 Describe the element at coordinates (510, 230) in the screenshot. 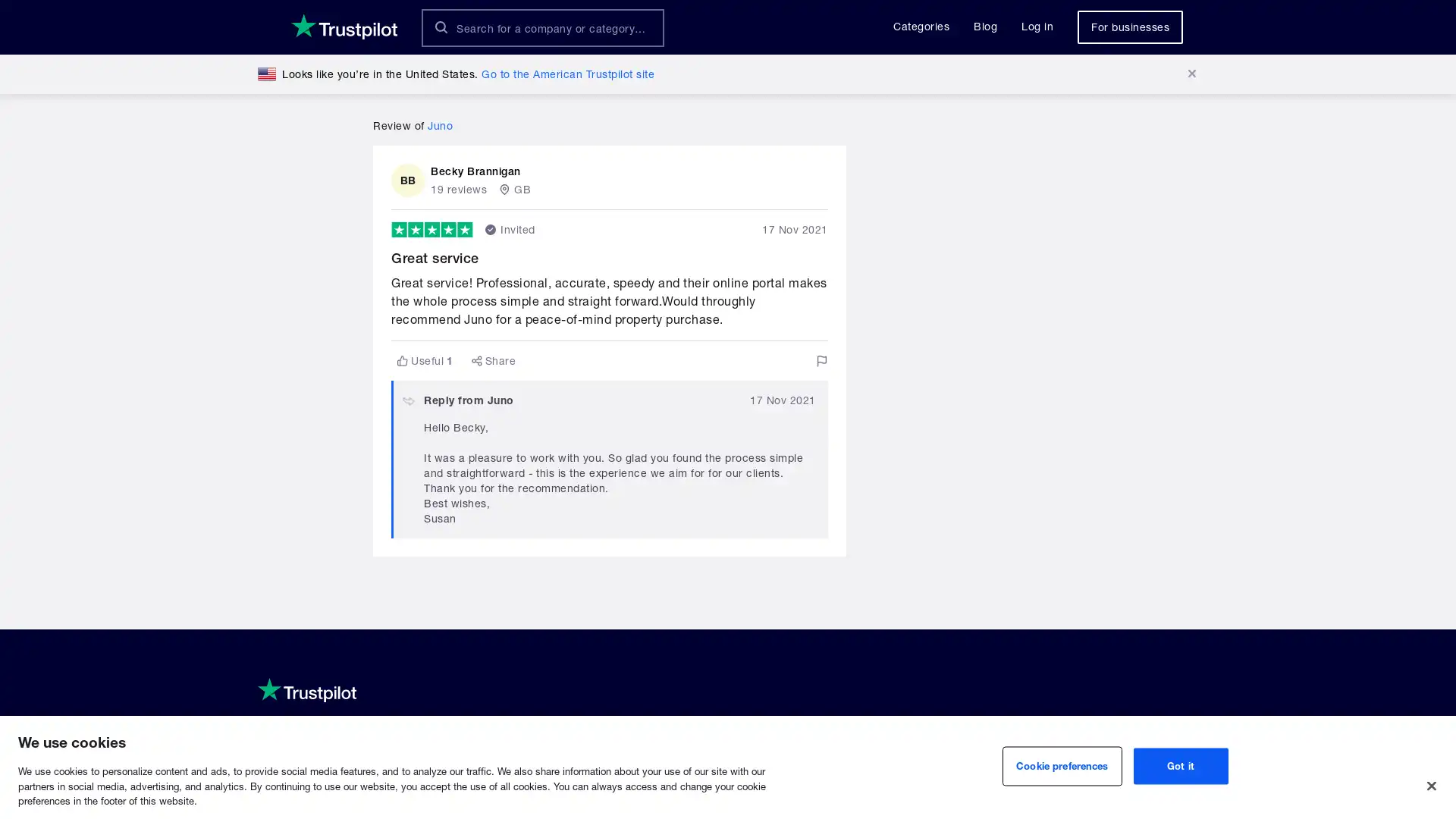

I see `Invited` at that location.